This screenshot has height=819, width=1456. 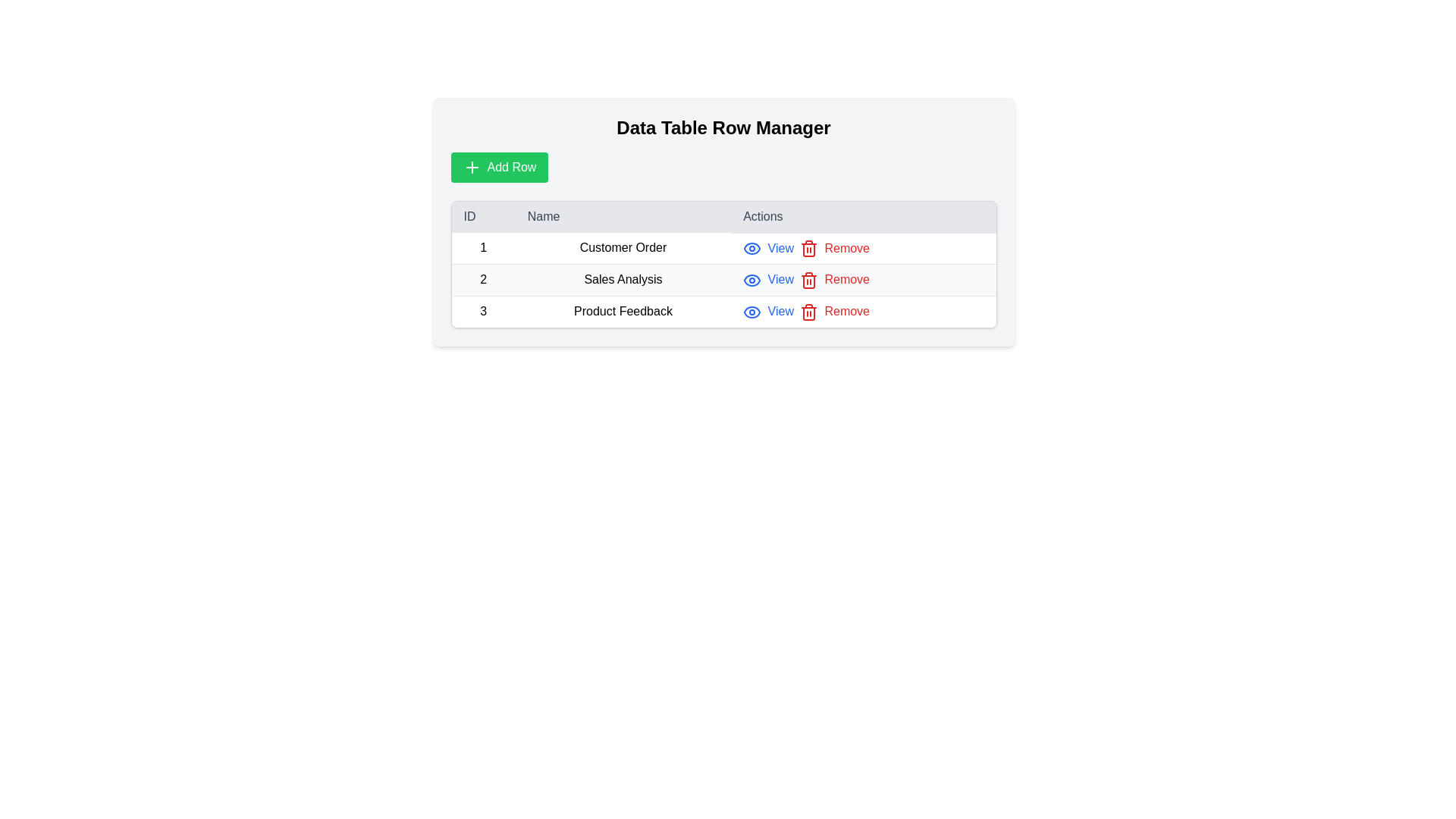 What do you see at coordinates (768, 311) in the screenshot?
I see `the 'View' hyperlink in the 'Actions' column of the 'Product Feedback' entry in the third row of the table` at bounding box center [768, 311].